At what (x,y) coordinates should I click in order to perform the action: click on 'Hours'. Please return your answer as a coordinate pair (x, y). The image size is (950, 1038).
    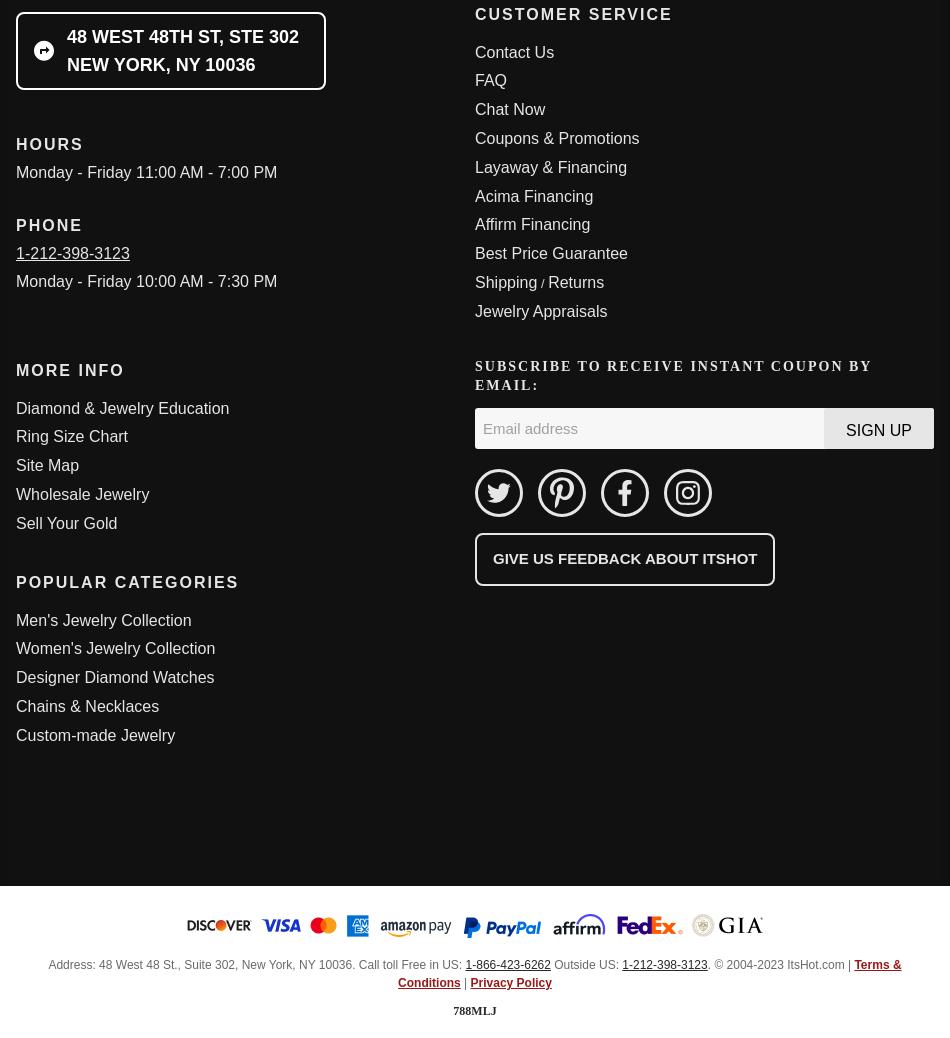
    Looking at the image, I should click on (49, 142).